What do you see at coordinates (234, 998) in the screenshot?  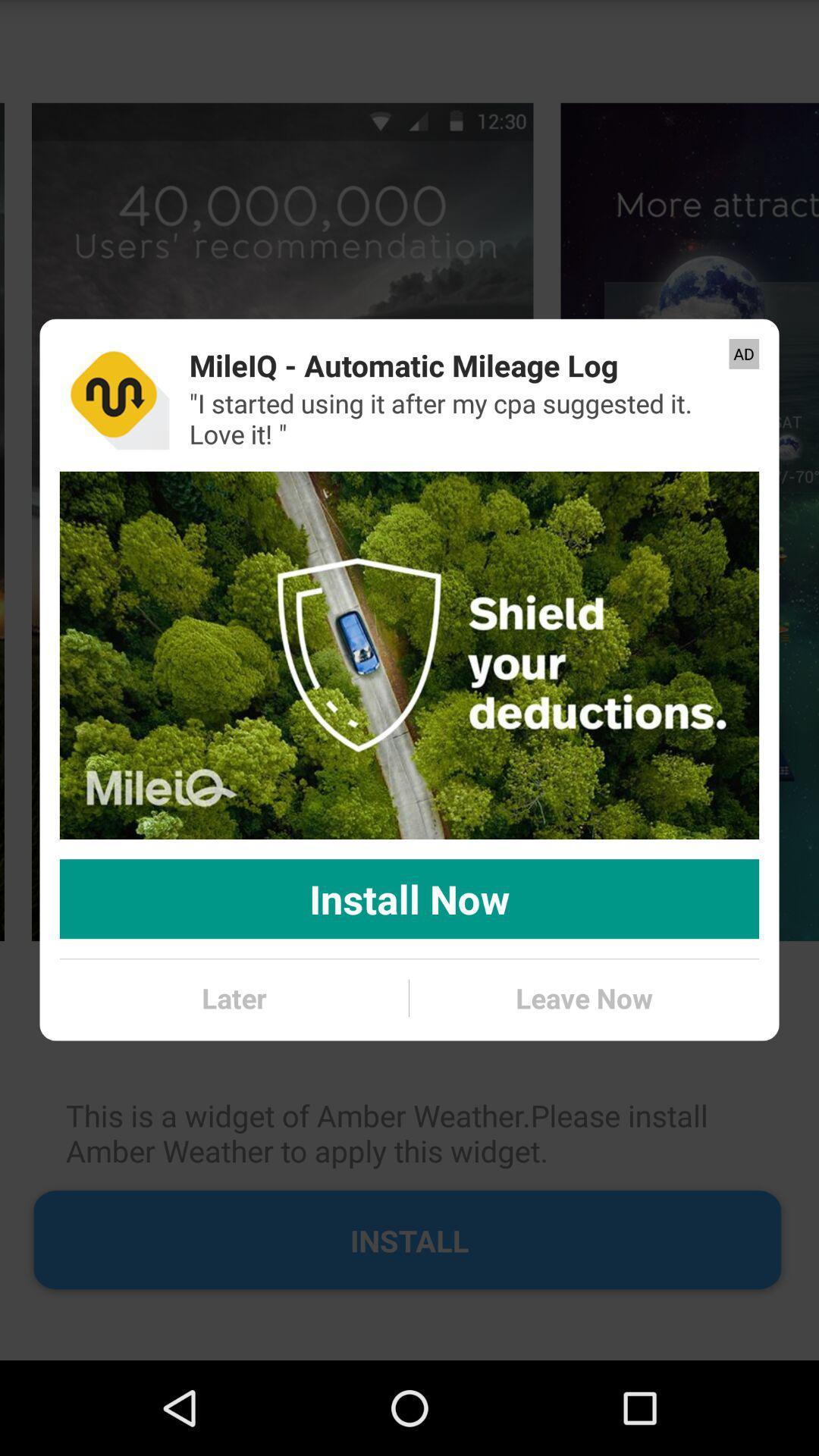 I see `later icon` at bounding box center [234, 998].